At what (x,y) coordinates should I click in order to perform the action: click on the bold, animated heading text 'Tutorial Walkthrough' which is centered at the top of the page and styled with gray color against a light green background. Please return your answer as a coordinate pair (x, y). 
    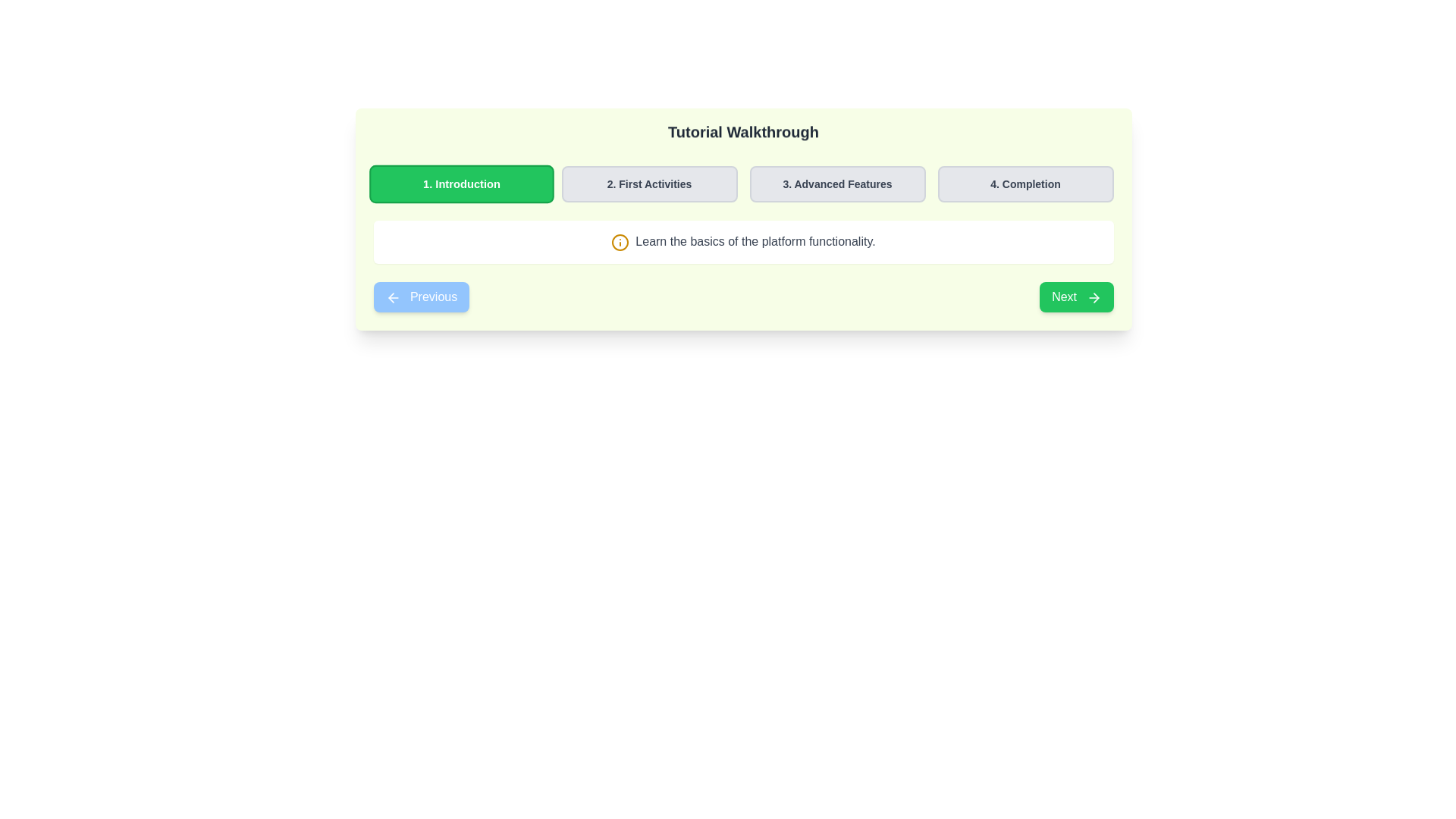
    Looking at the image, I should click on (743, 134).